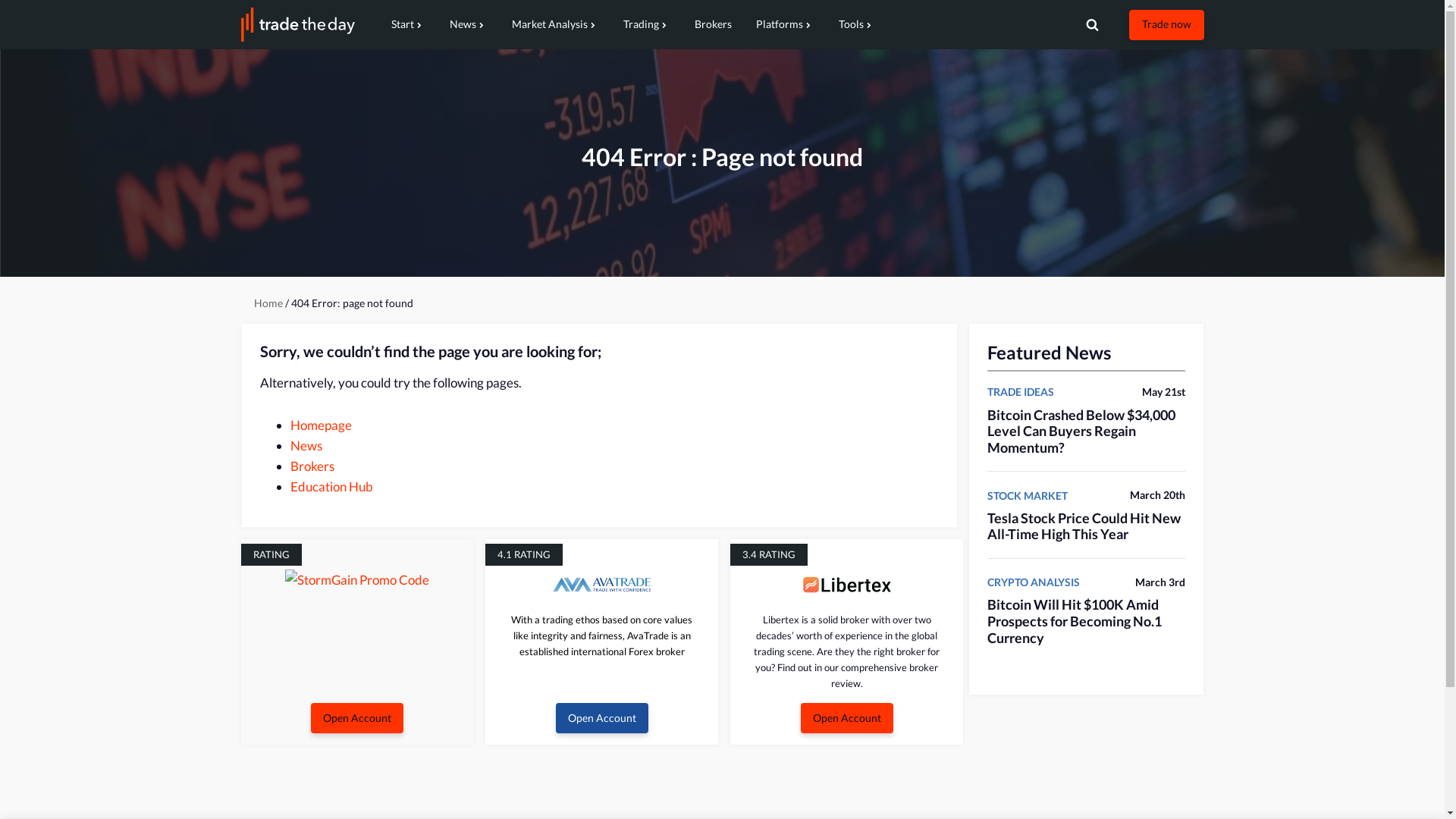 This screenshot has height=819, width=1456. I want to click on 'Market Analysis', so click(554, 24).